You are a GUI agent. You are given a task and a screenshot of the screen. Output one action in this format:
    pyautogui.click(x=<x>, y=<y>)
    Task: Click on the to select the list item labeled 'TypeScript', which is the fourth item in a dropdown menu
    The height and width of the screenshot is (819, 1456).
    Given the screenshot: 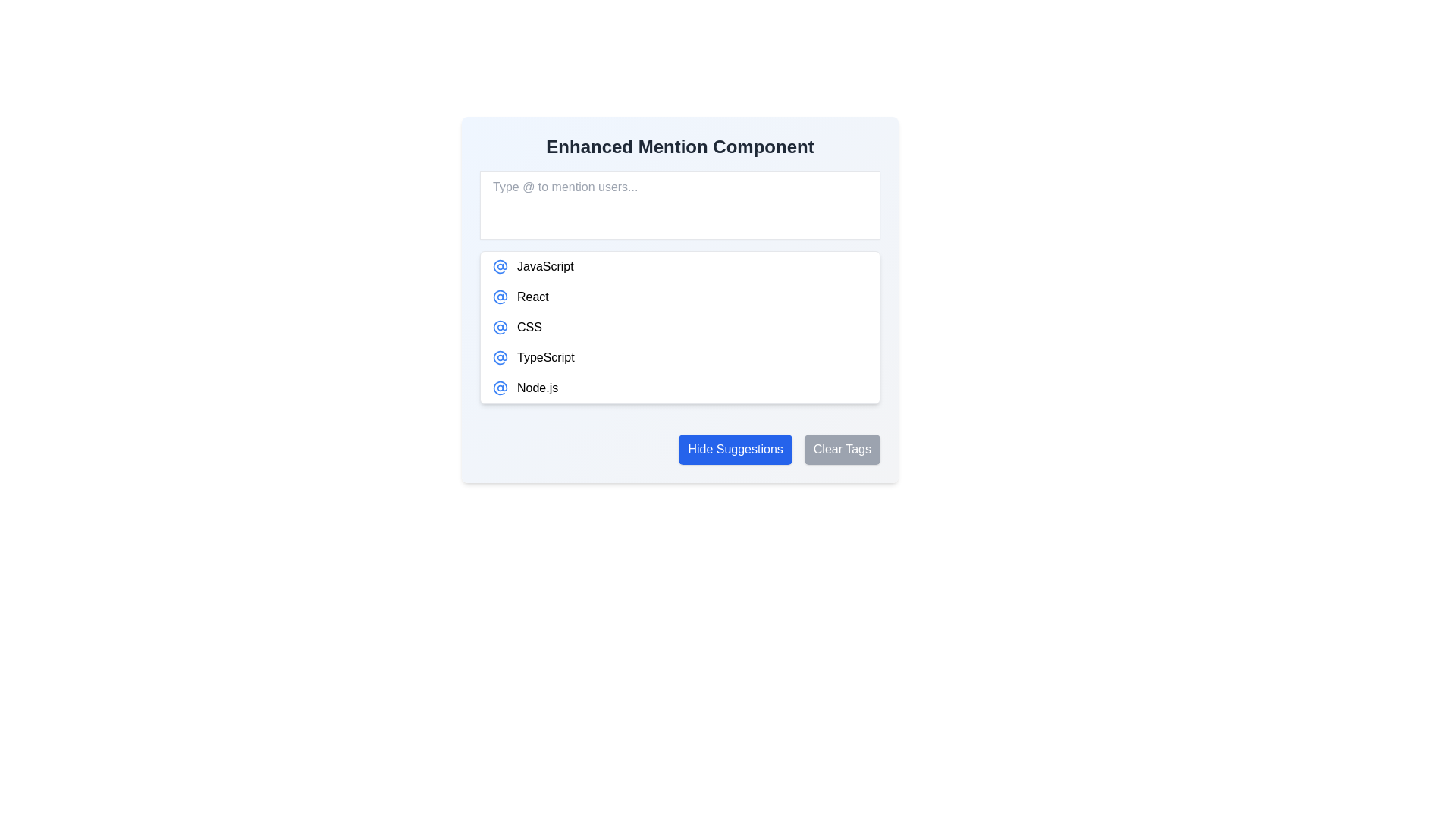 What is the action you would take?
    pyautogui.click(x=679, y=357)
    